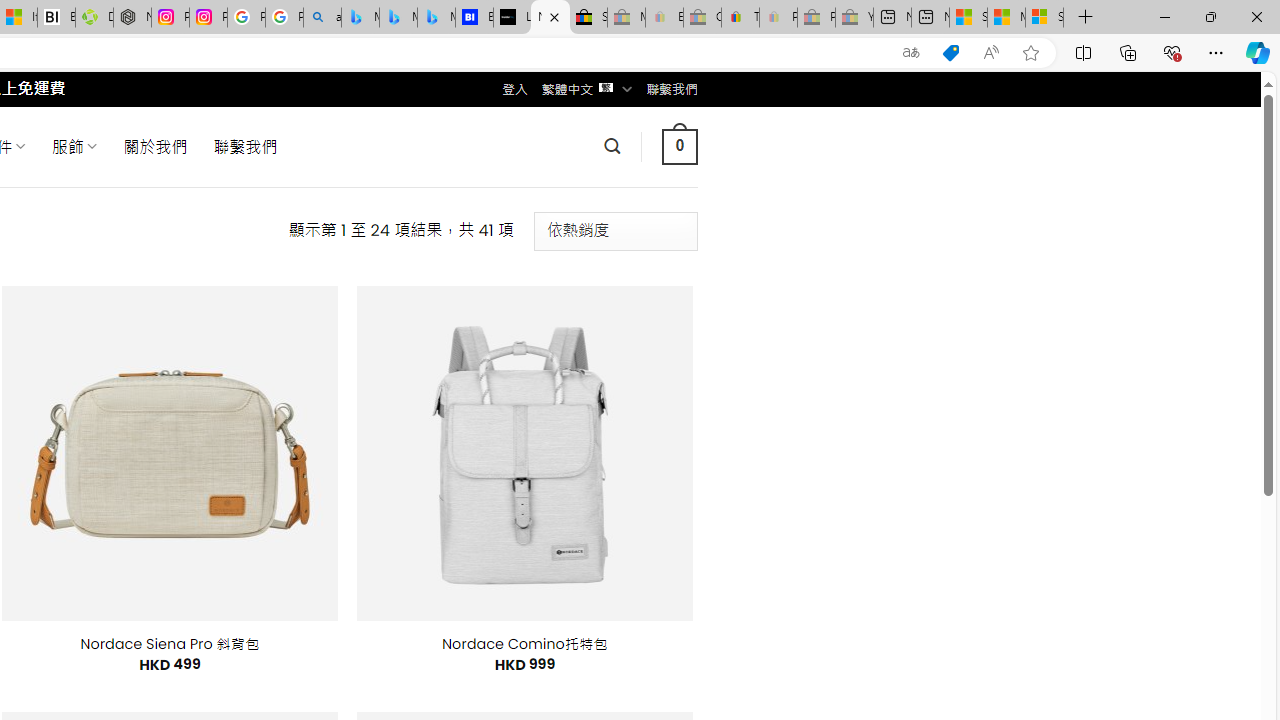 The image size is (1280, 720). I want to click on 'This site has coupons! Shopping in Microsoft Edge', so click(950, 52).